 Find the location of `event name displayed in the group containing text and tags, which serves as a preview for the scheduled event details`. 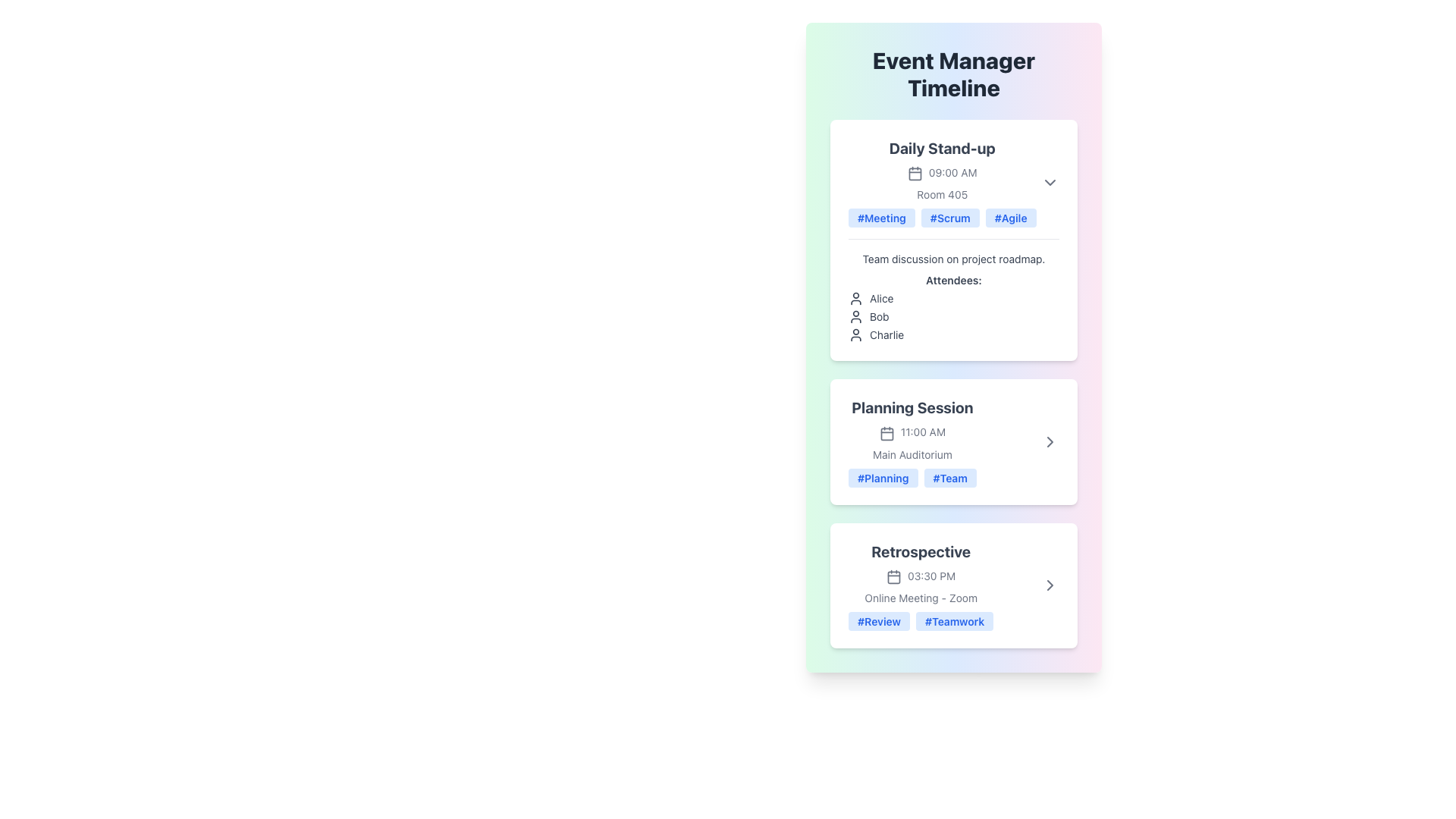

event name displayed in the group containing text and tags, which serves as a preview for the scheduled event details is located at coordinates (941, 181).